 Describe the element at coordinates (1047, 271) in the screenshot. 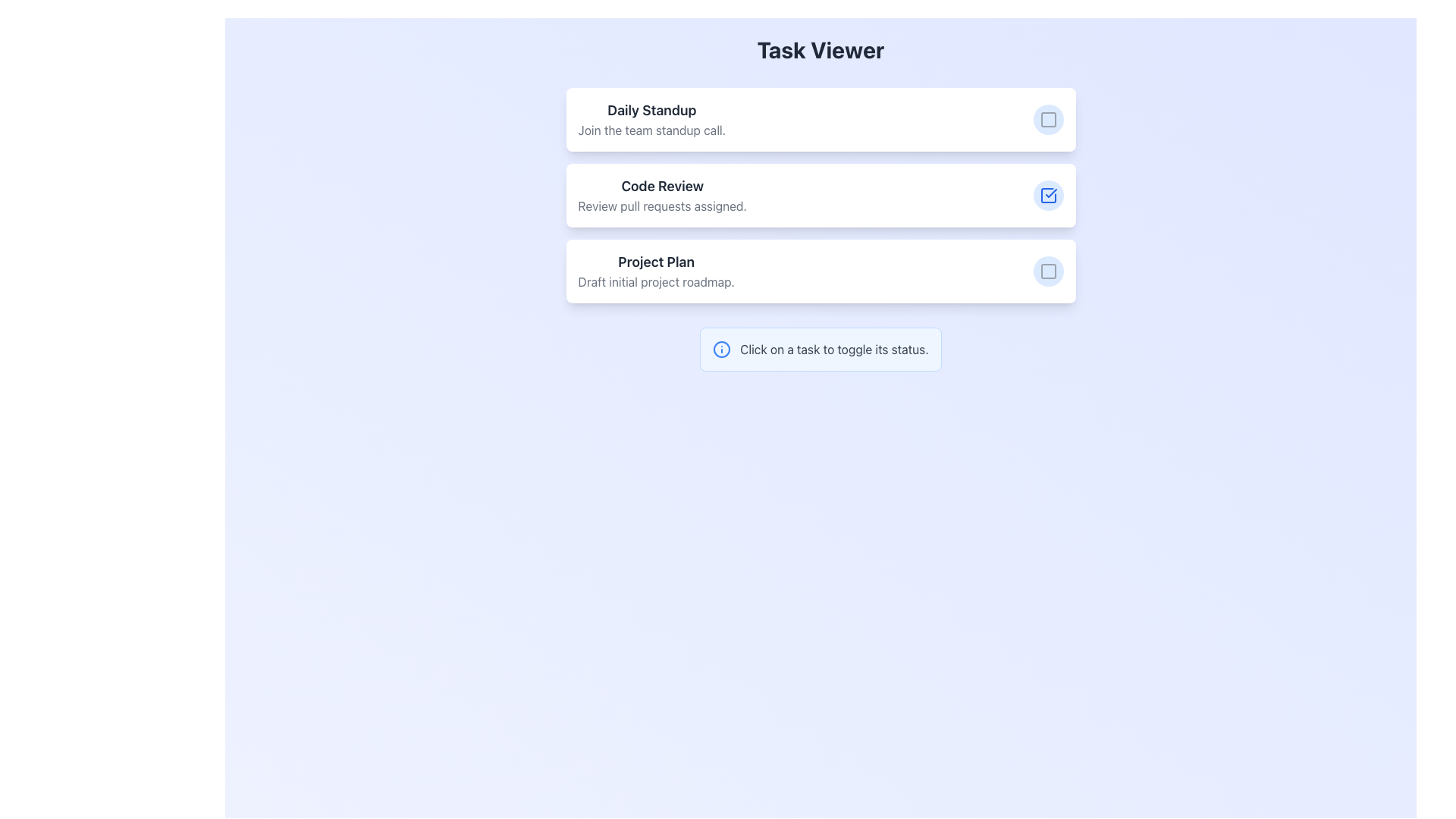

I see `the icon located to the far right of the 'Project Plan' task item to trigger a visual response` at that location.